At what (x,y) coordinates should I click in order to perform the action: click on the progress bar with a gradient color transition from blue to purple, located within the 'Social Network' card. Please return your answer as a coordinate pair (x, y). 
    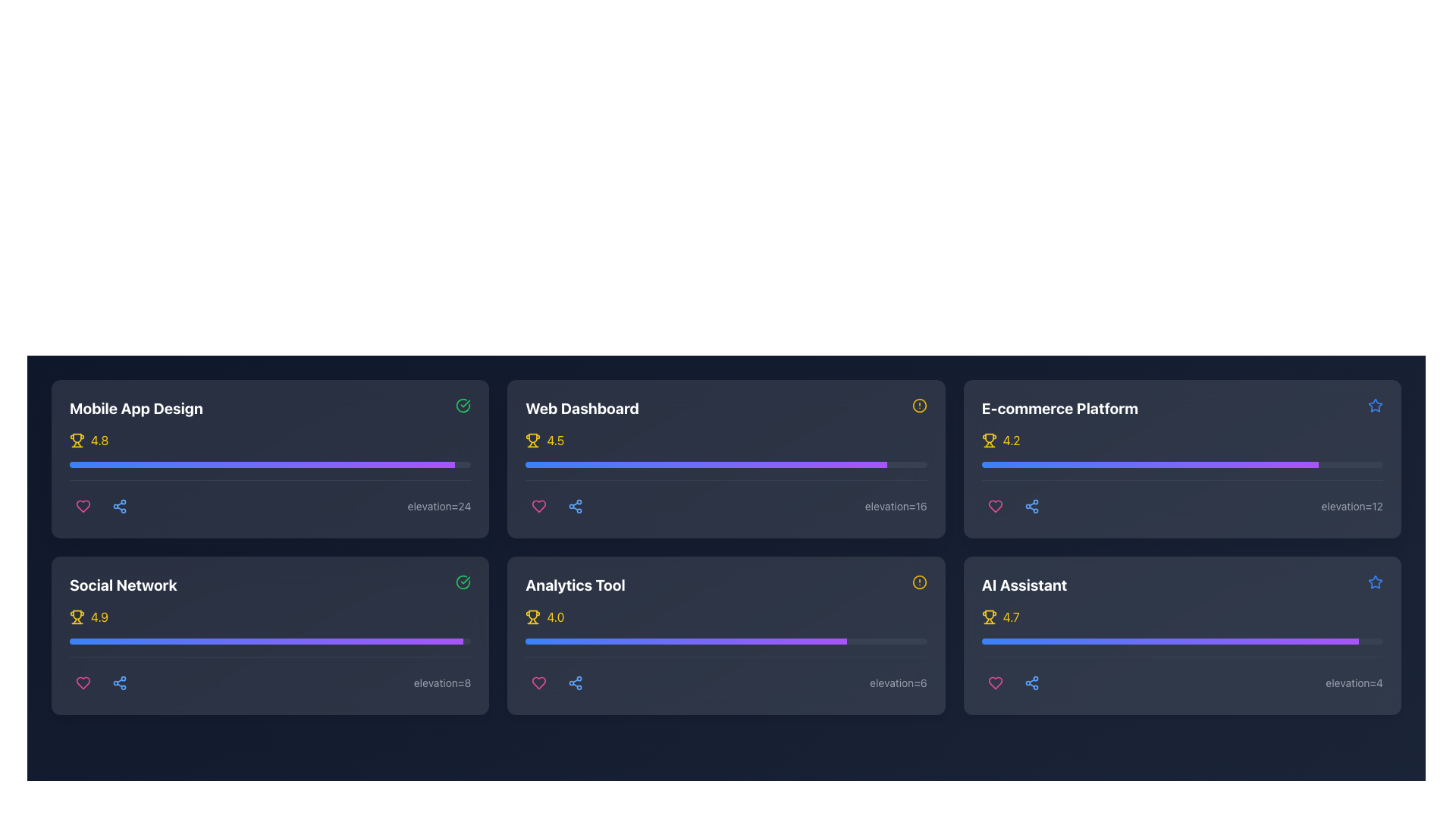
    Looking at the image, I should click on (266, 641).